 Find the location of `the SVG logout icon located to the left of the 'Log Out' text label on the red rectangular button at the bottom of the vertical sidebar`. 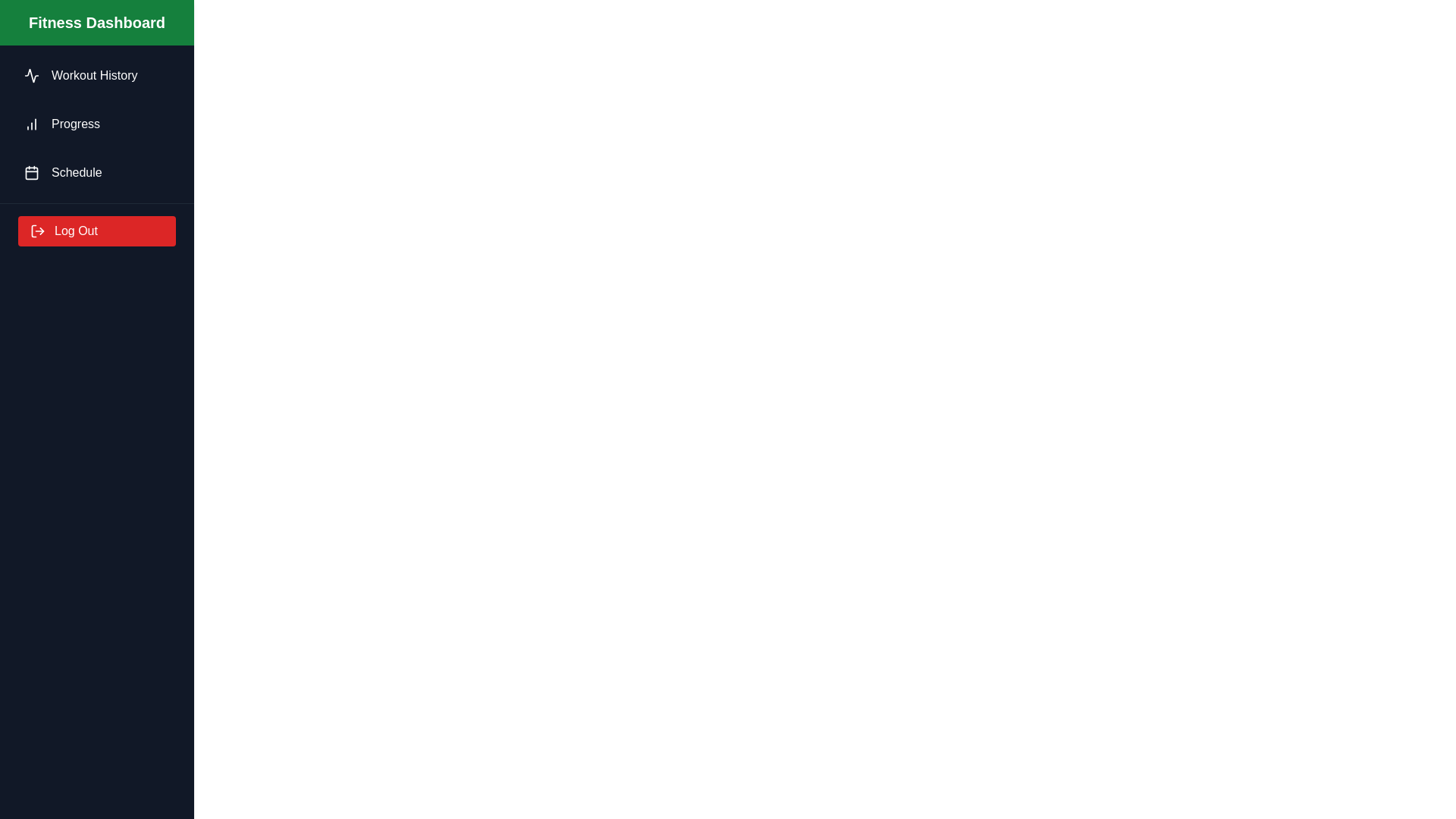

the SVG logout icon located to the left of the 'Log Out' text label on the red rectangular button at the bottom of the vertical sidebar is located at coordinates (37, 231).